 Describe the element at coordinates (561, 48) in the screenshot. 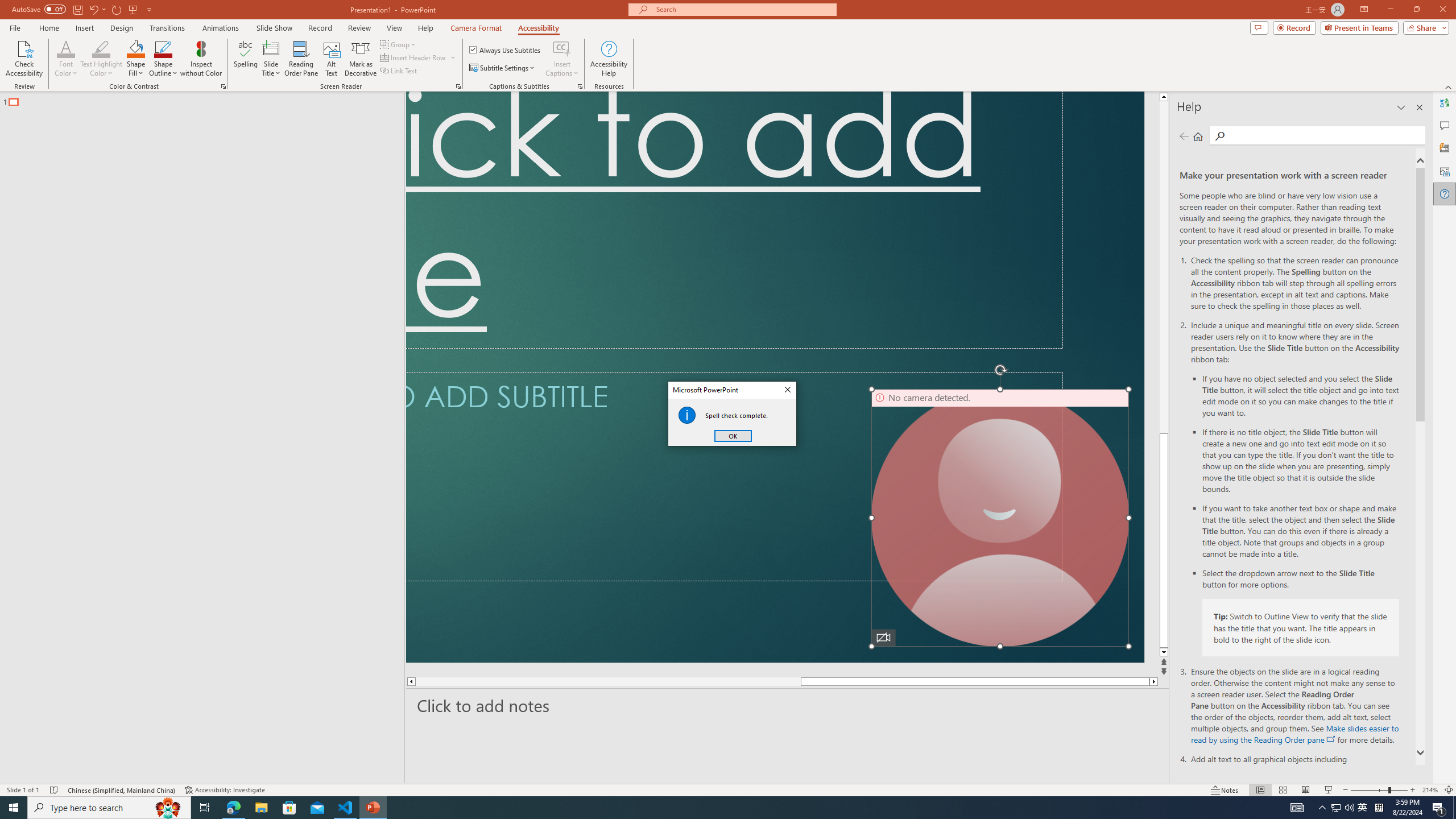

I see `'Insert Captions'` at that location.